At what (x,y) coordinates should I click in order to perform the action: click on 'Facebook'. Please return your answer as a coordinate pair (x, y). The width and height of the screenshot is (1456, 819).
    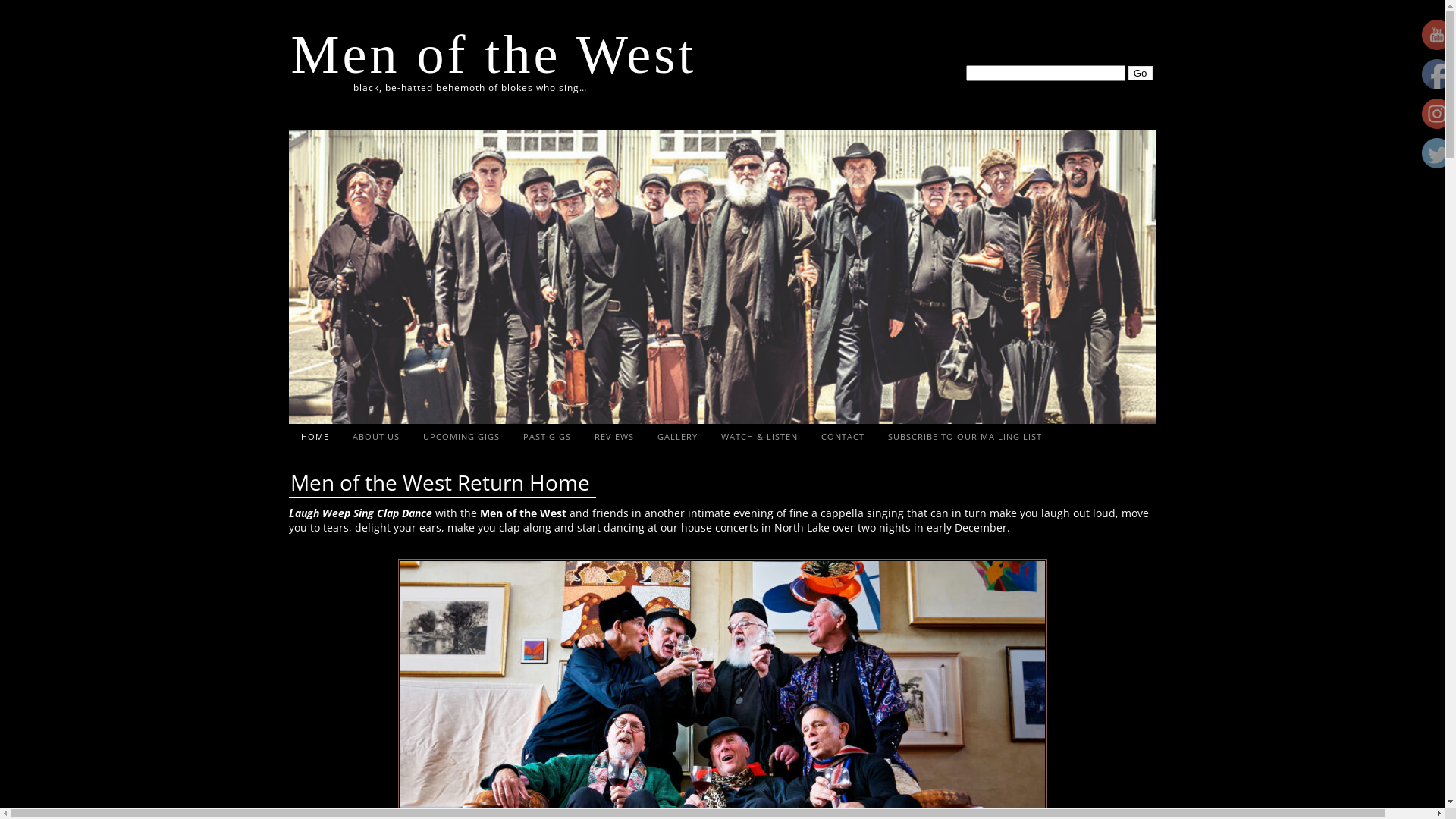
    Looking at the image, I should click on (1421, 74).